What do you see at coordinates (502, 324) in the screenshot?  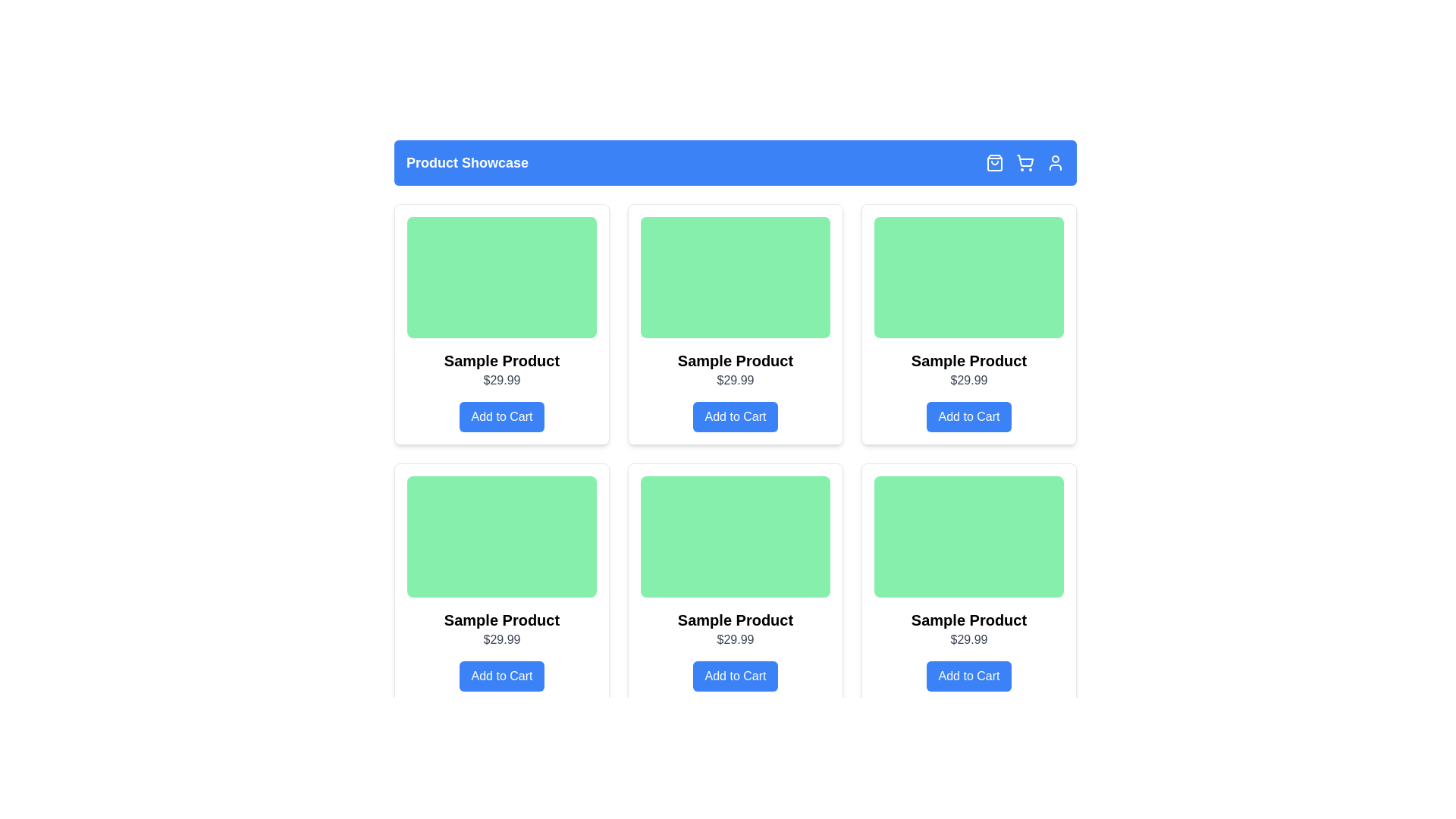 I see `the product preview element` at bounding box center [502, 324].